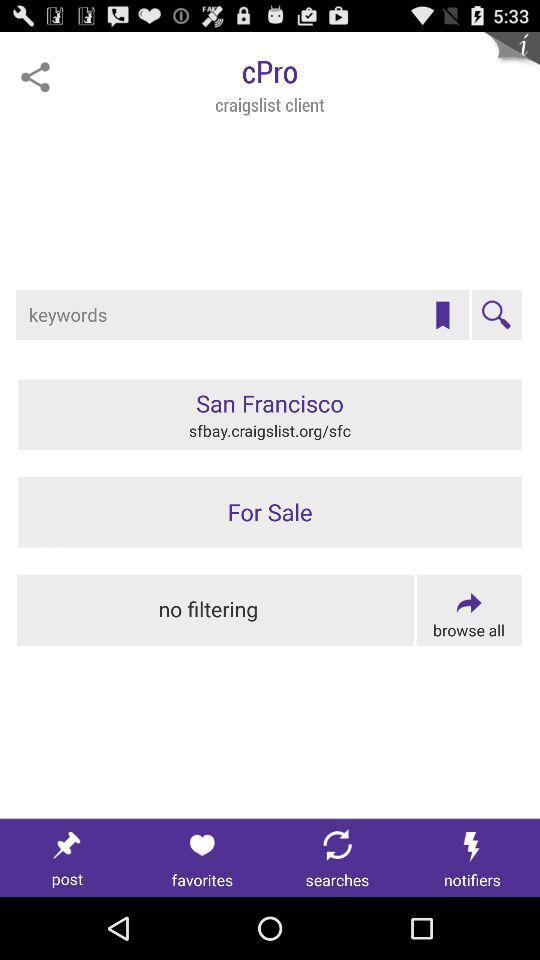 The height and width of the screenshot is (960, 540). I want to click on item at the top left corner, so click(35, 77).